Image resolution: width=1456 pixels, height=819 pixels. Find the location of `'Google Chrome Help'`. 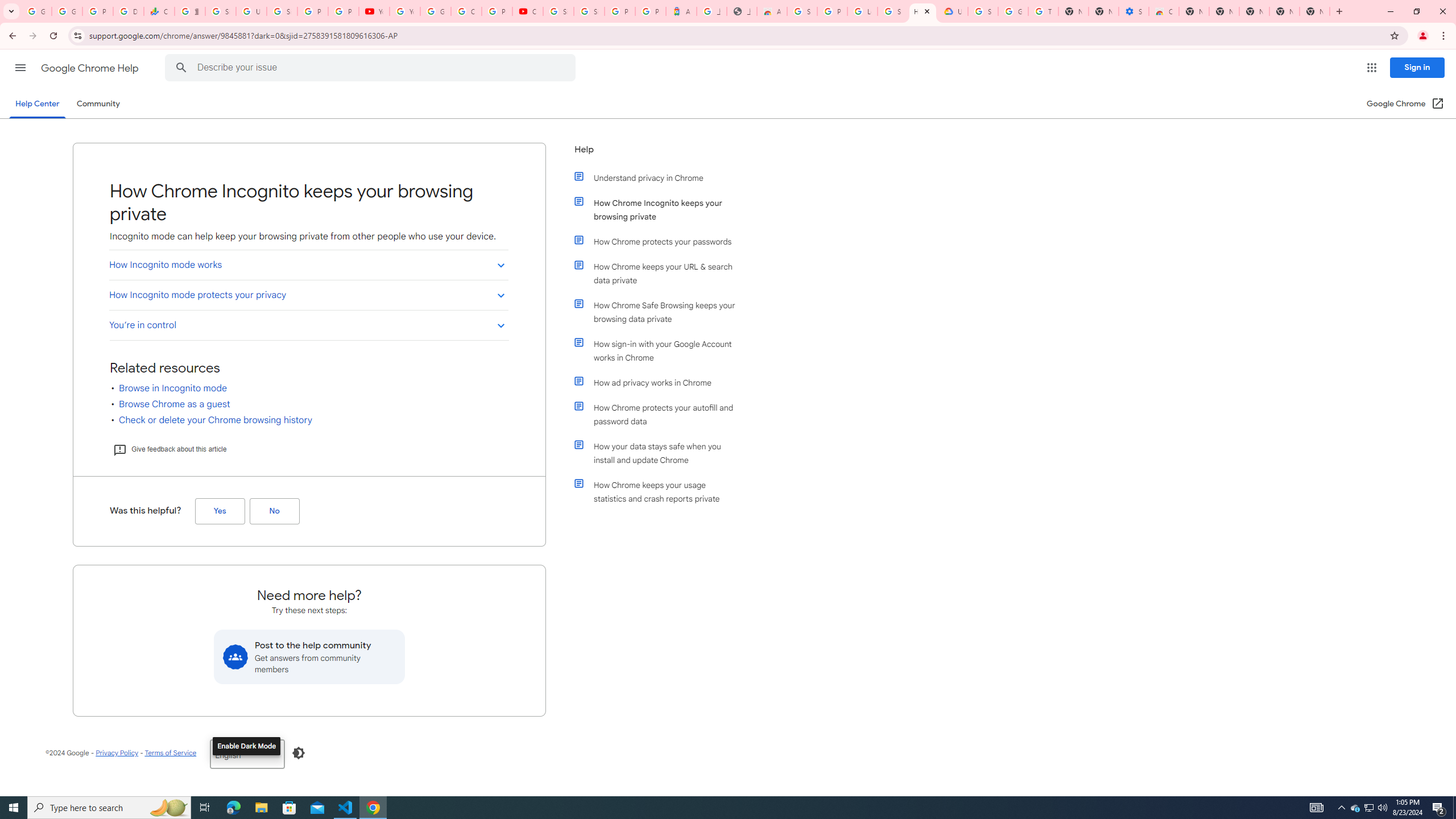

'Google Chrome Help' is located at coordinates (90, 68).